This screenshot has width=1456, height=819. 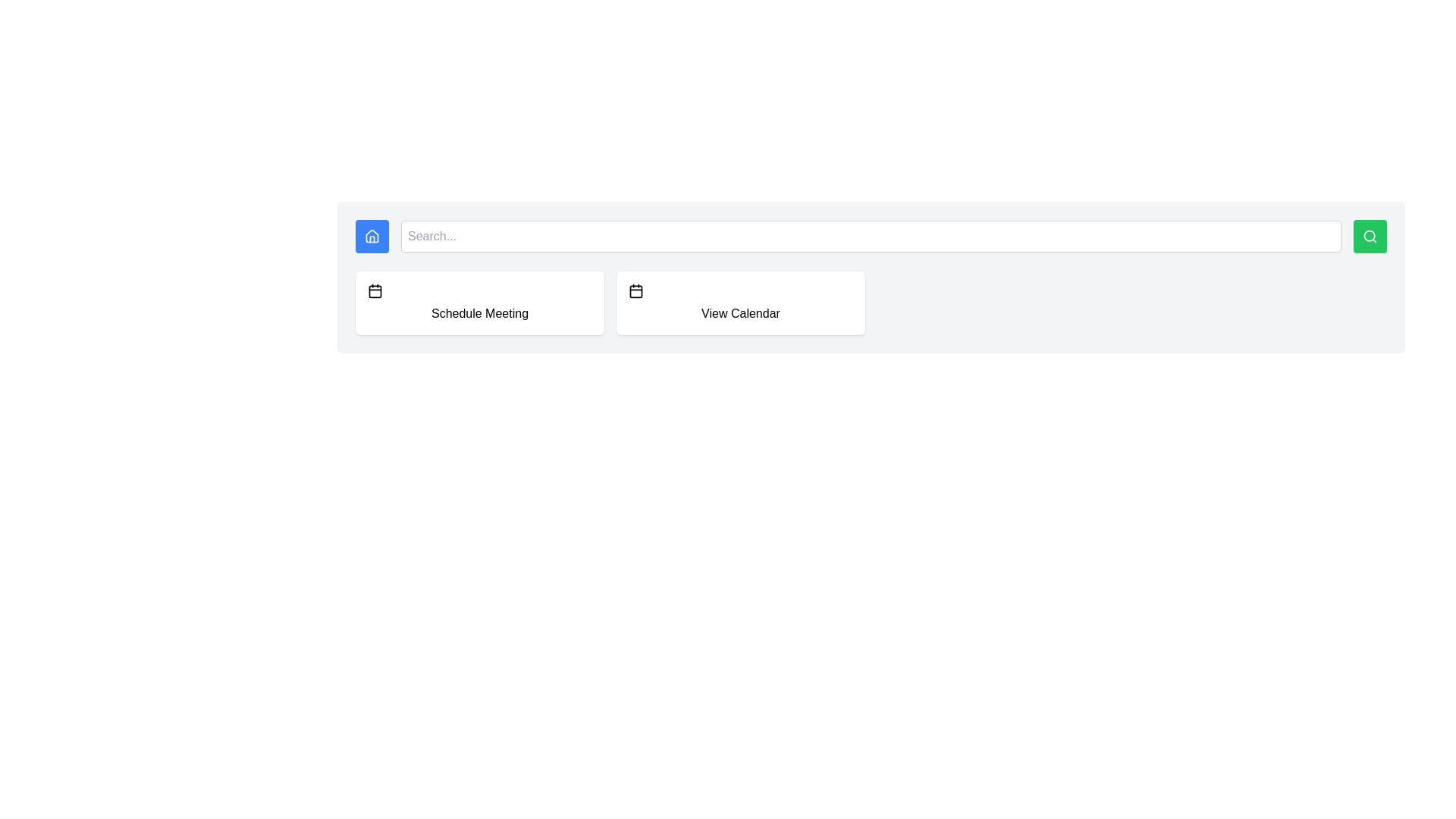 What do you see at coordinates (479, 303) in the screenshot?
I see `the scheduling meeting button located on the left side of the grid layout` at bounding box center [479, 303].